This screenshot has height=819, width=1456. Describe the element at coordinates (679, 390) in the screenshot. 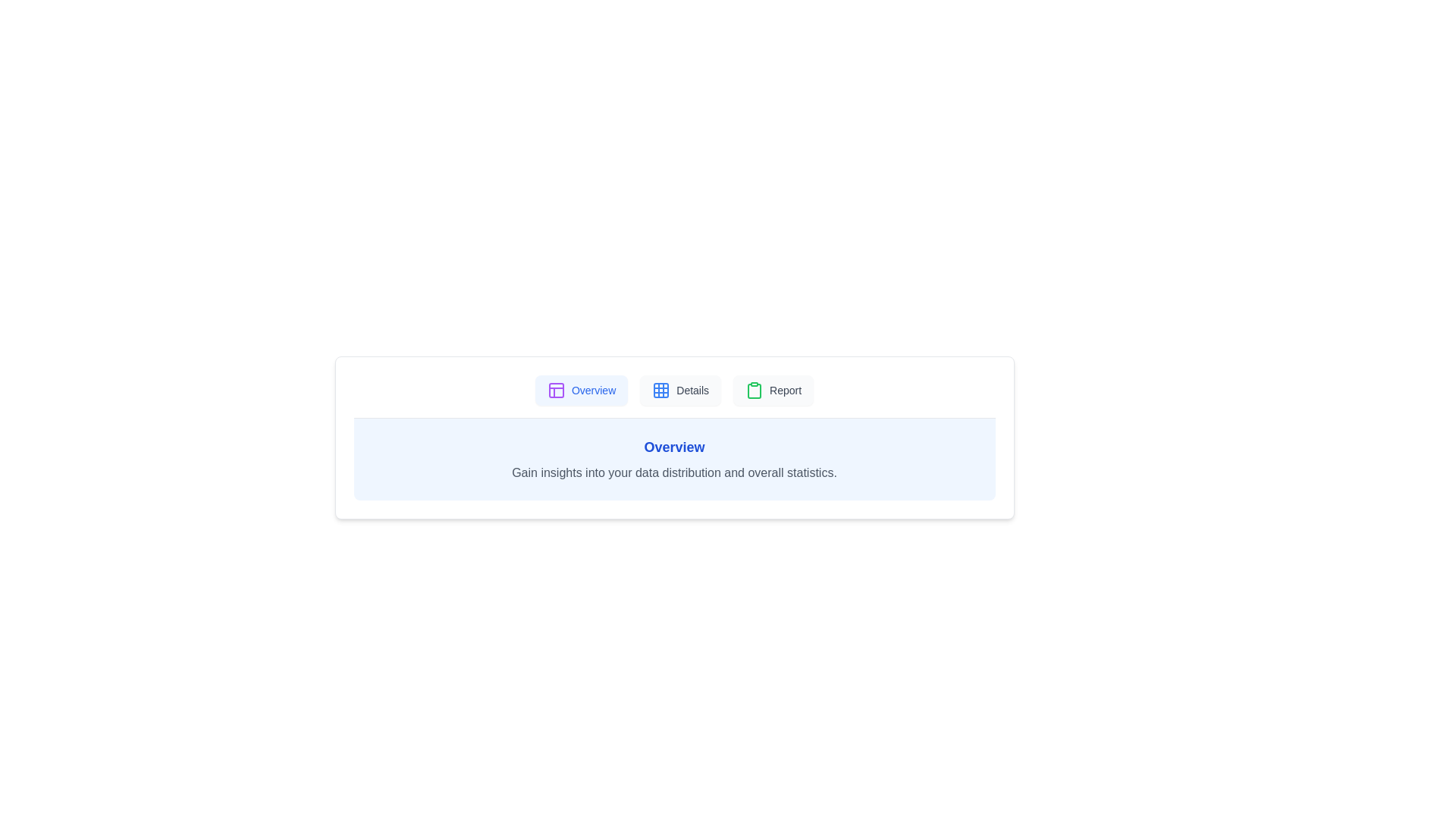

I see `the tab labeled Details and read its content` at that location.